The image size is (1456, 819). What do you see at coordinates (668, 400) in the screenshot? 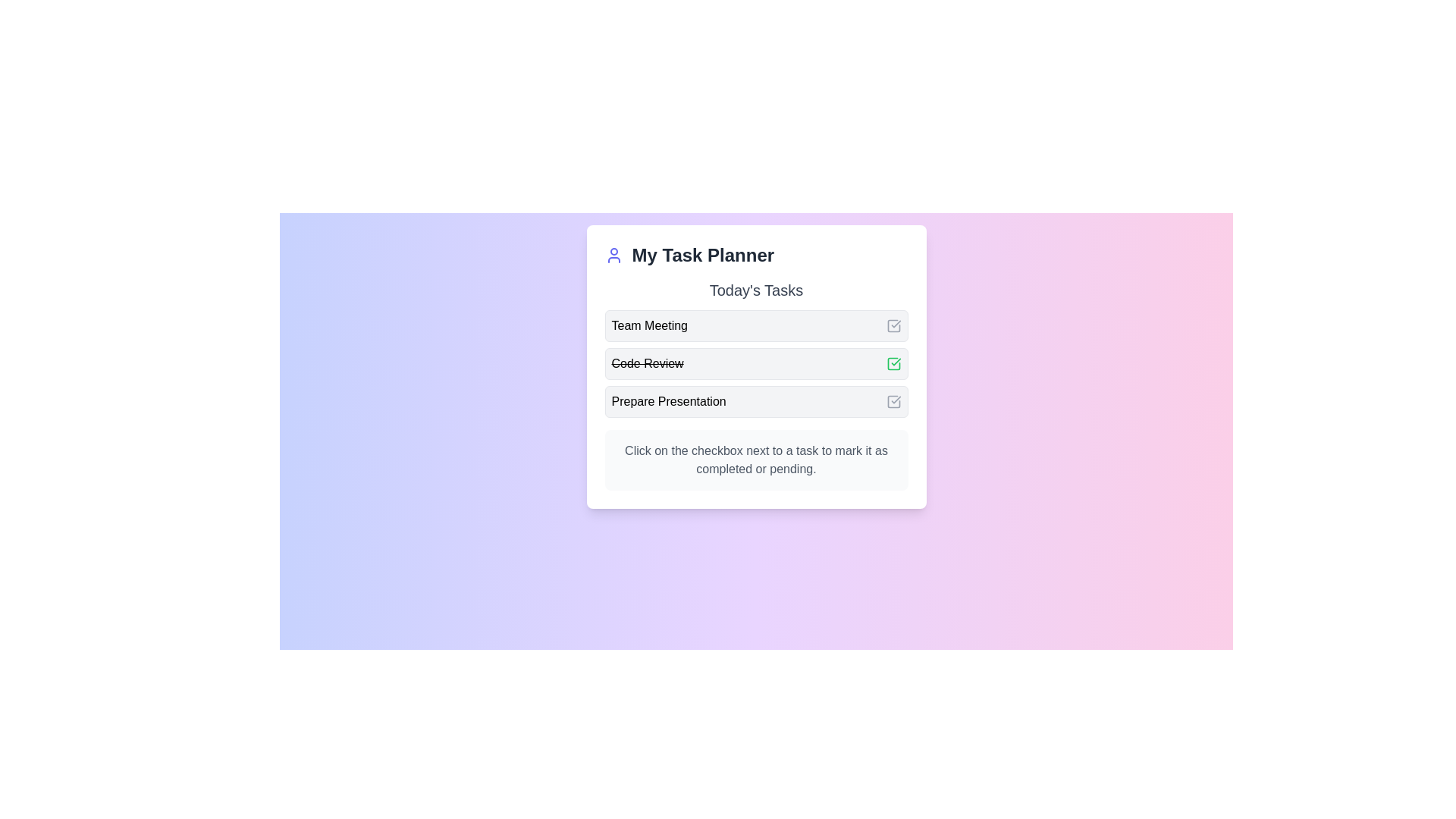
I see `the text label element displaying 'Prepare Presentation' in the third row of tasks under 'Today's Tasks'` at bounding box center [668, 400].